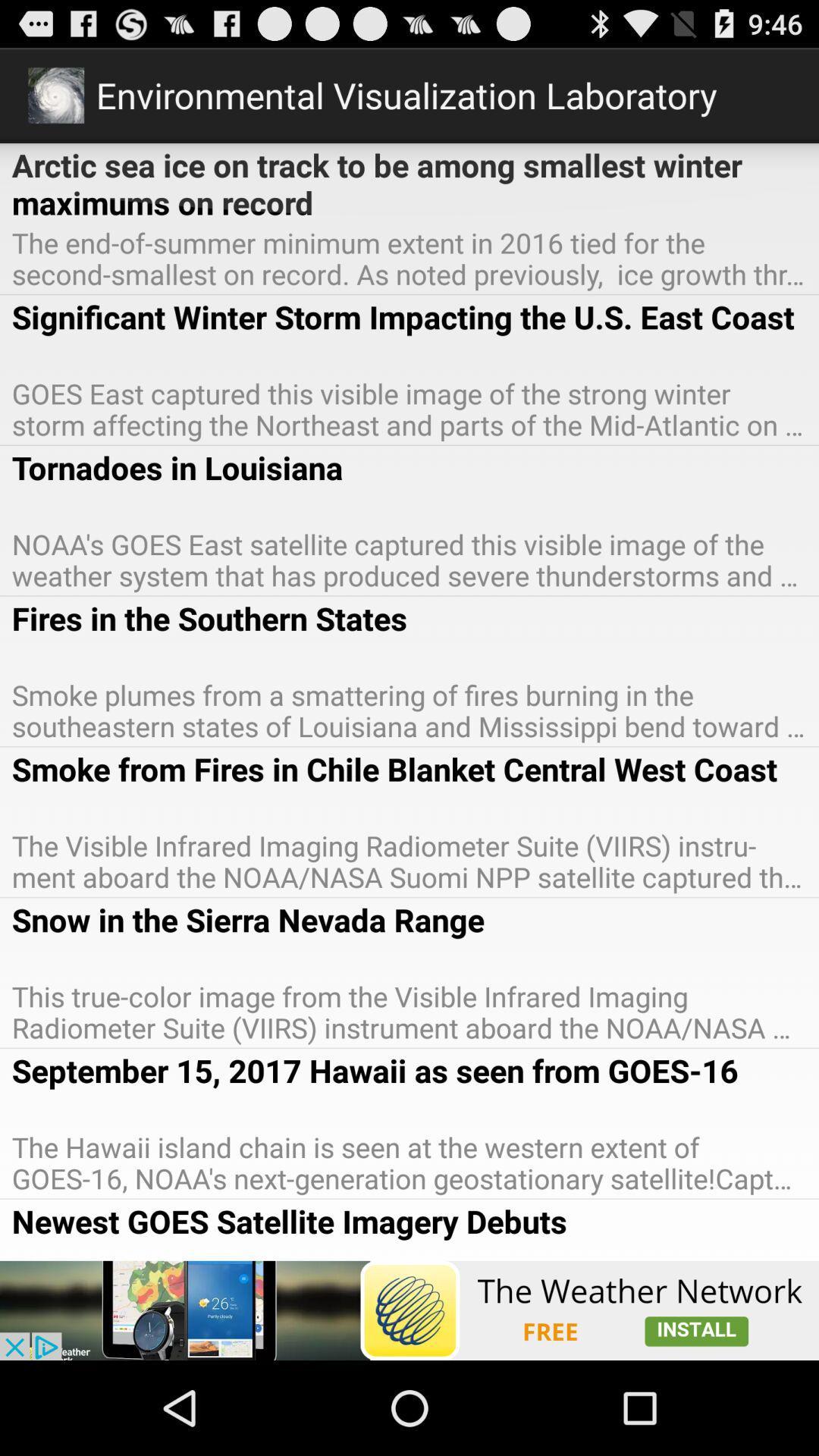  Describe the element at coordinates (409, 1310) in the screenshot. I see `open advertisement` at that location.